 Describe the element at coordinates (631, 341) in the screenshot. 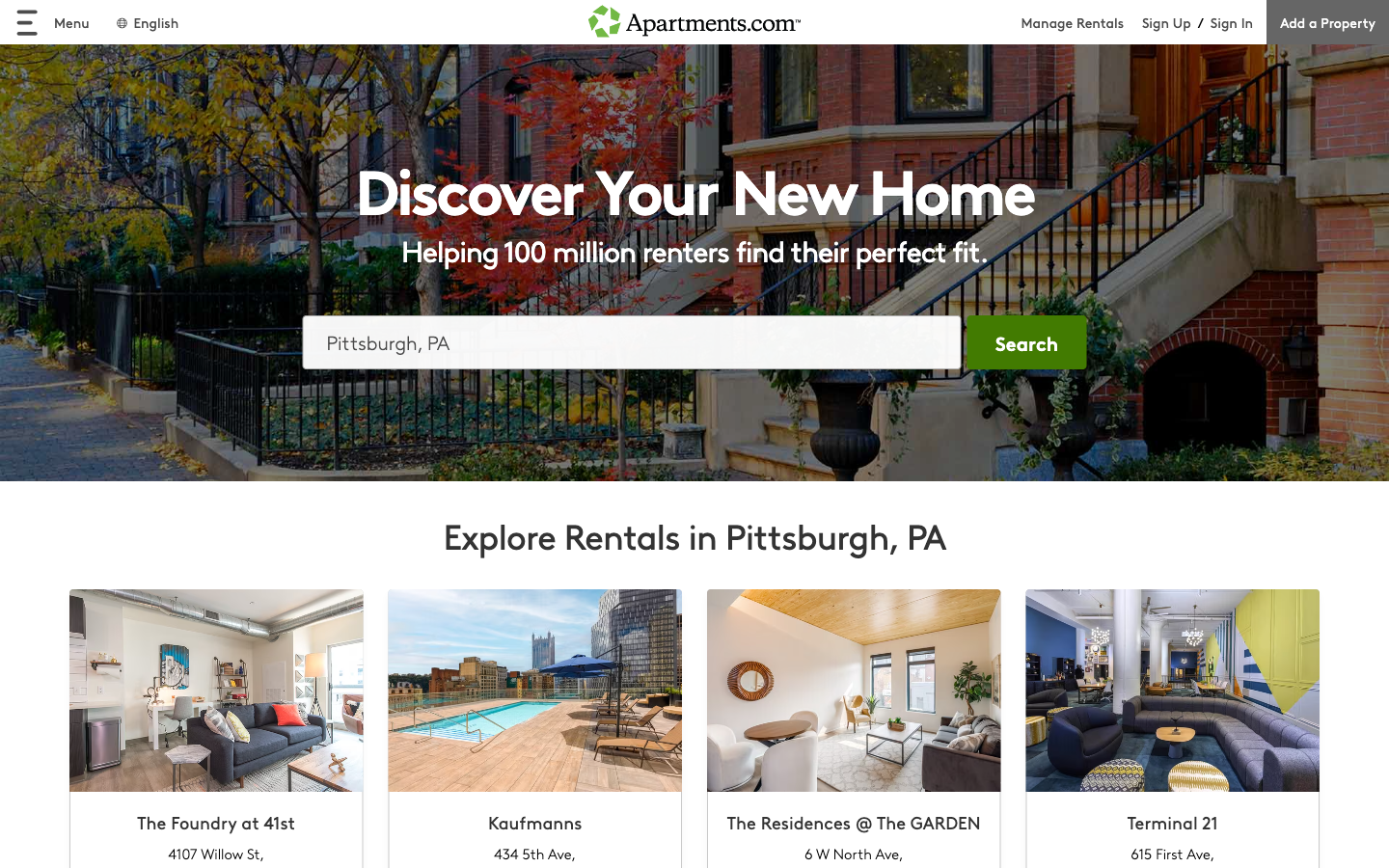

I see `the position of Pittsburgh, PA` at that location.